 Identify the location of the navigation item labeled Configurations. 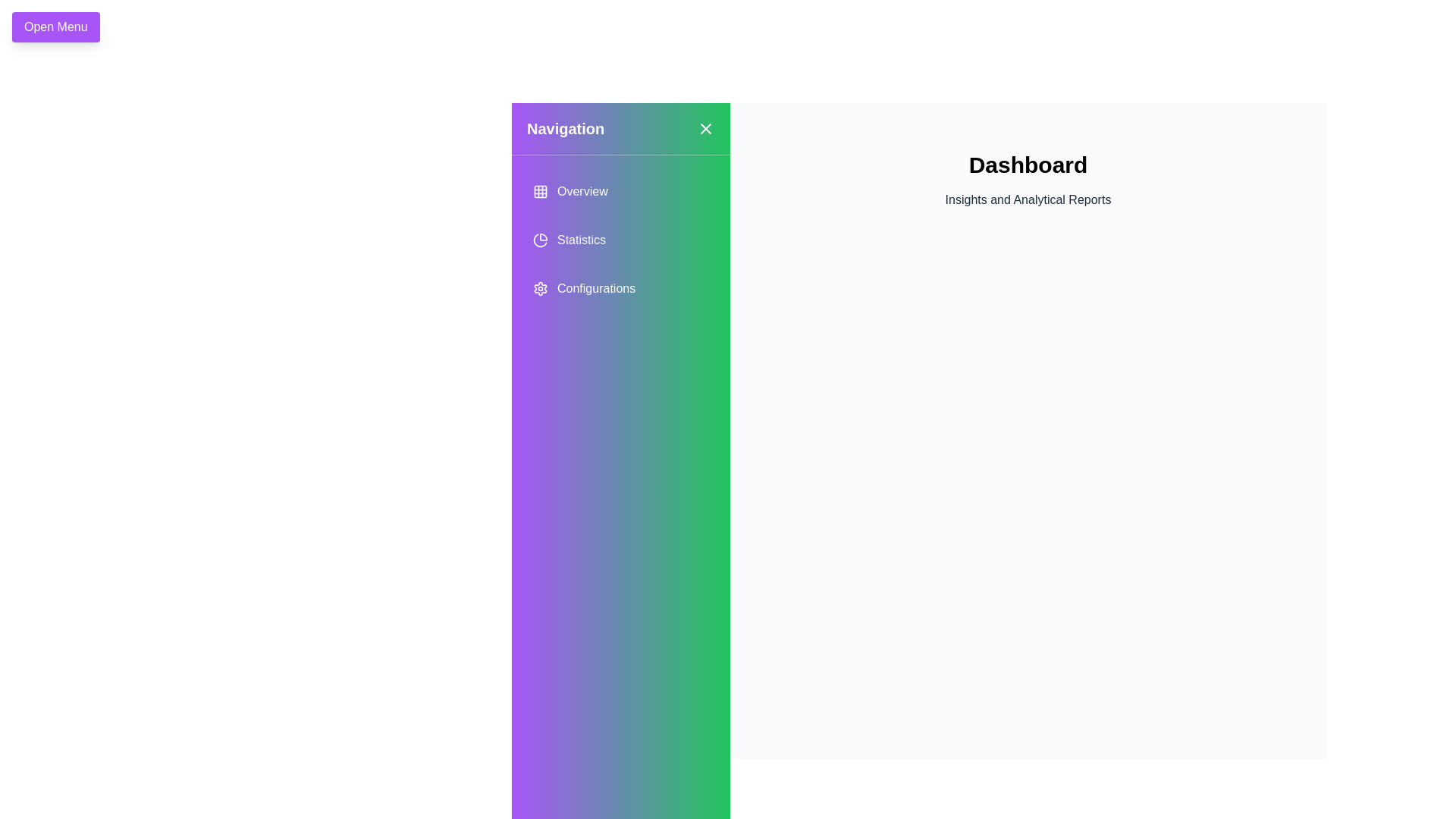
(621, 289).